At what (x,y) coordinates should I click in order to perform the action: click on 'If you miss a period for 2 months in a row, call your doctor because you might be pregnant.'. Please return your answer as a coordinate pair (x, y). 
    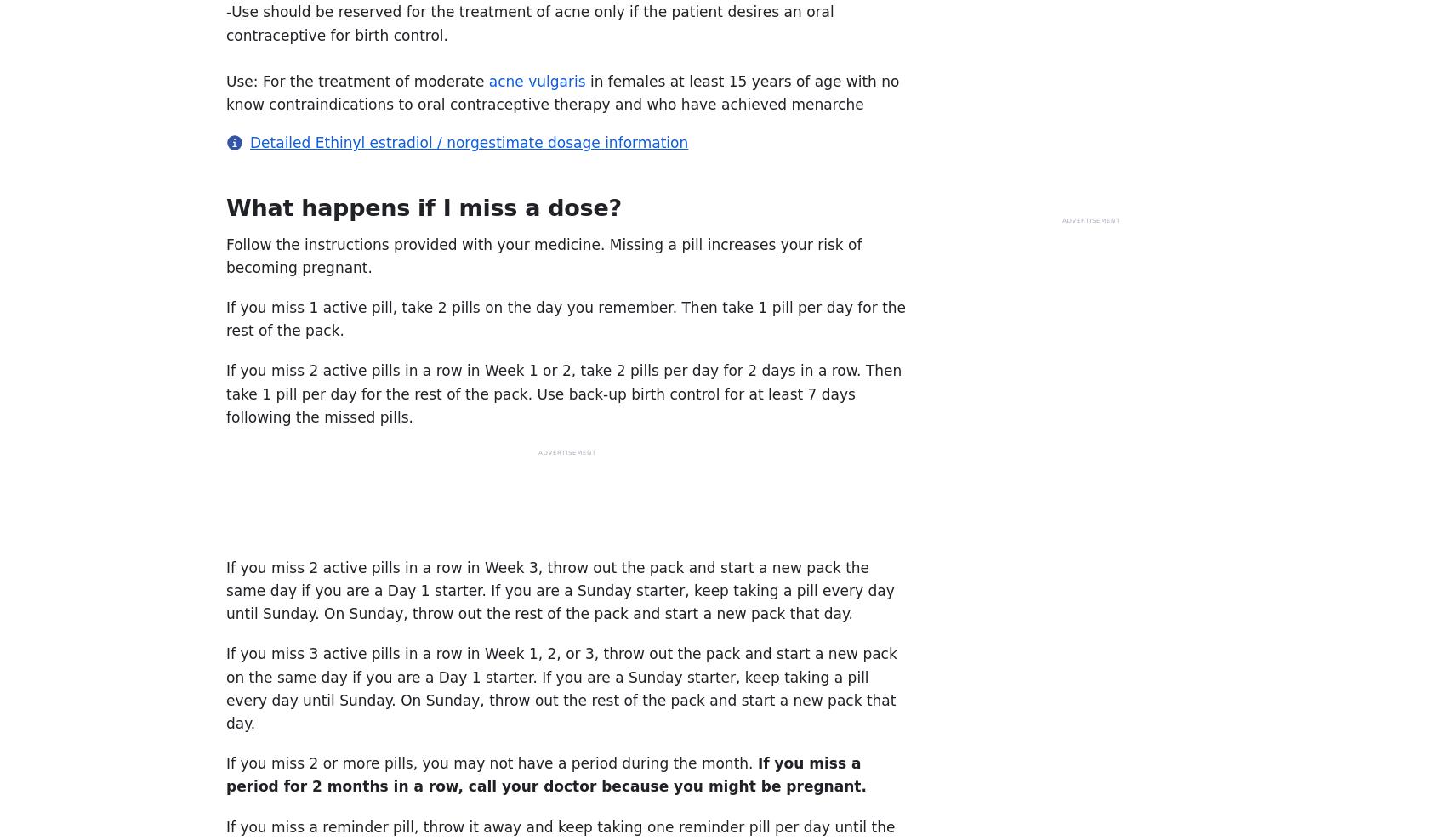
    Looking at the image, I should click on (226, 774).